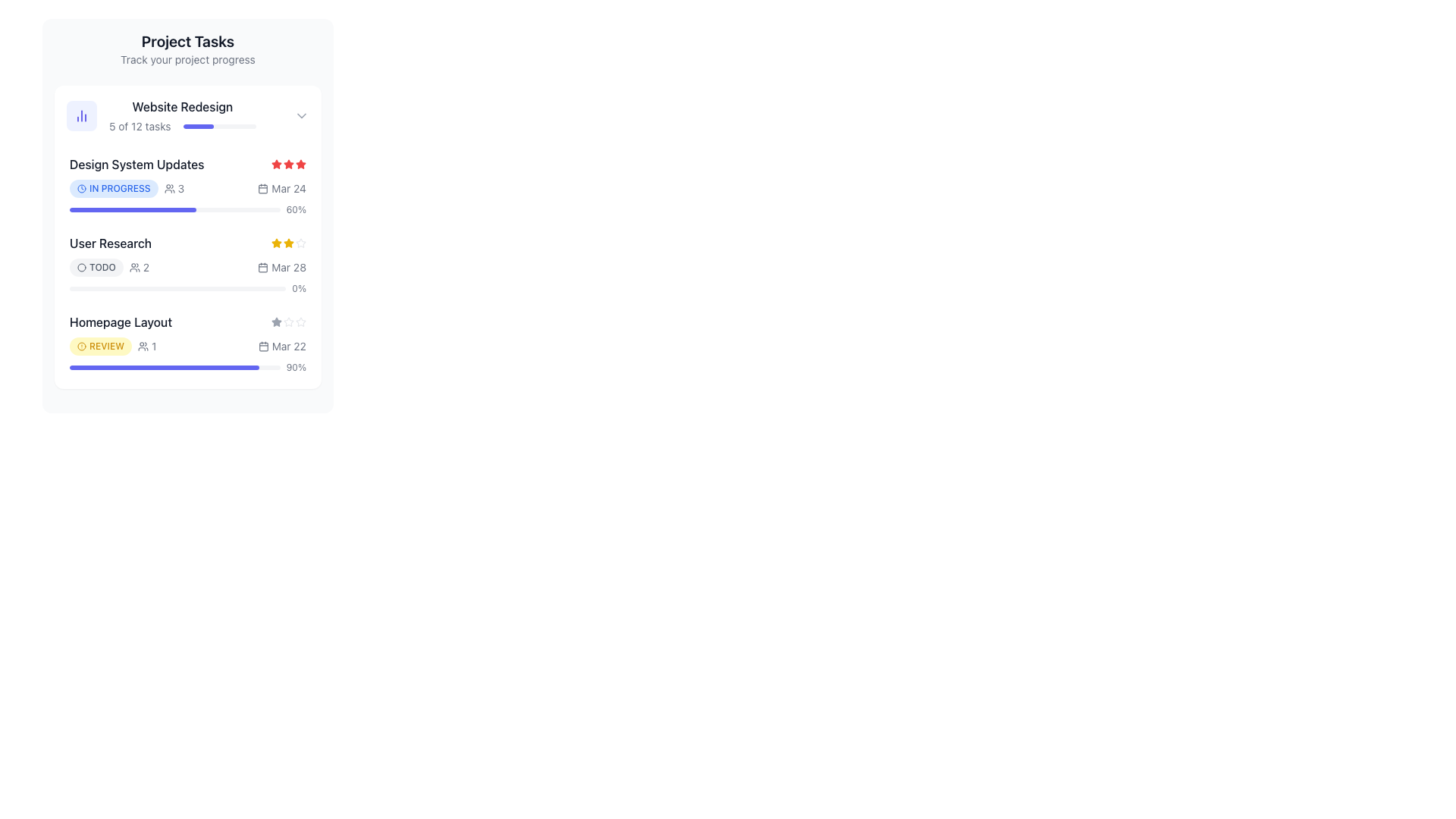  Describe the element at coordinates (120, 321) in the screenshot. I see `the text label reading 'Homepage Layout' which is styled with a medium font weight and dark gray color, located in the card titled 'Project Tasks' beneath 'User Research'` at that location.